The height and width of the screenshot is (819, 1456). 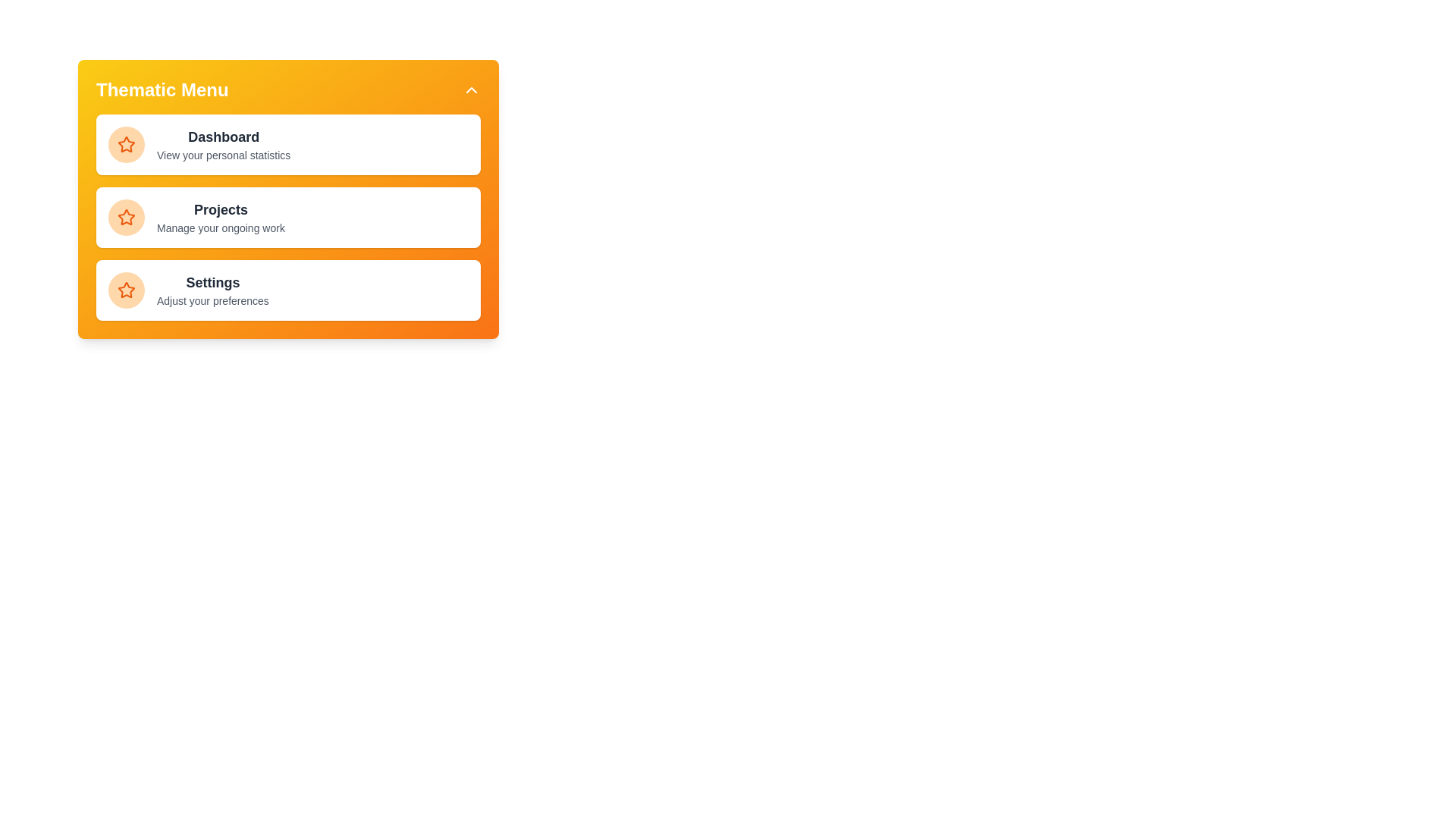 What do you see at coordinates (288, 217) in the screenshot?
I see `the menu item Projects by clicking on it` at bounding box center [288, 217].